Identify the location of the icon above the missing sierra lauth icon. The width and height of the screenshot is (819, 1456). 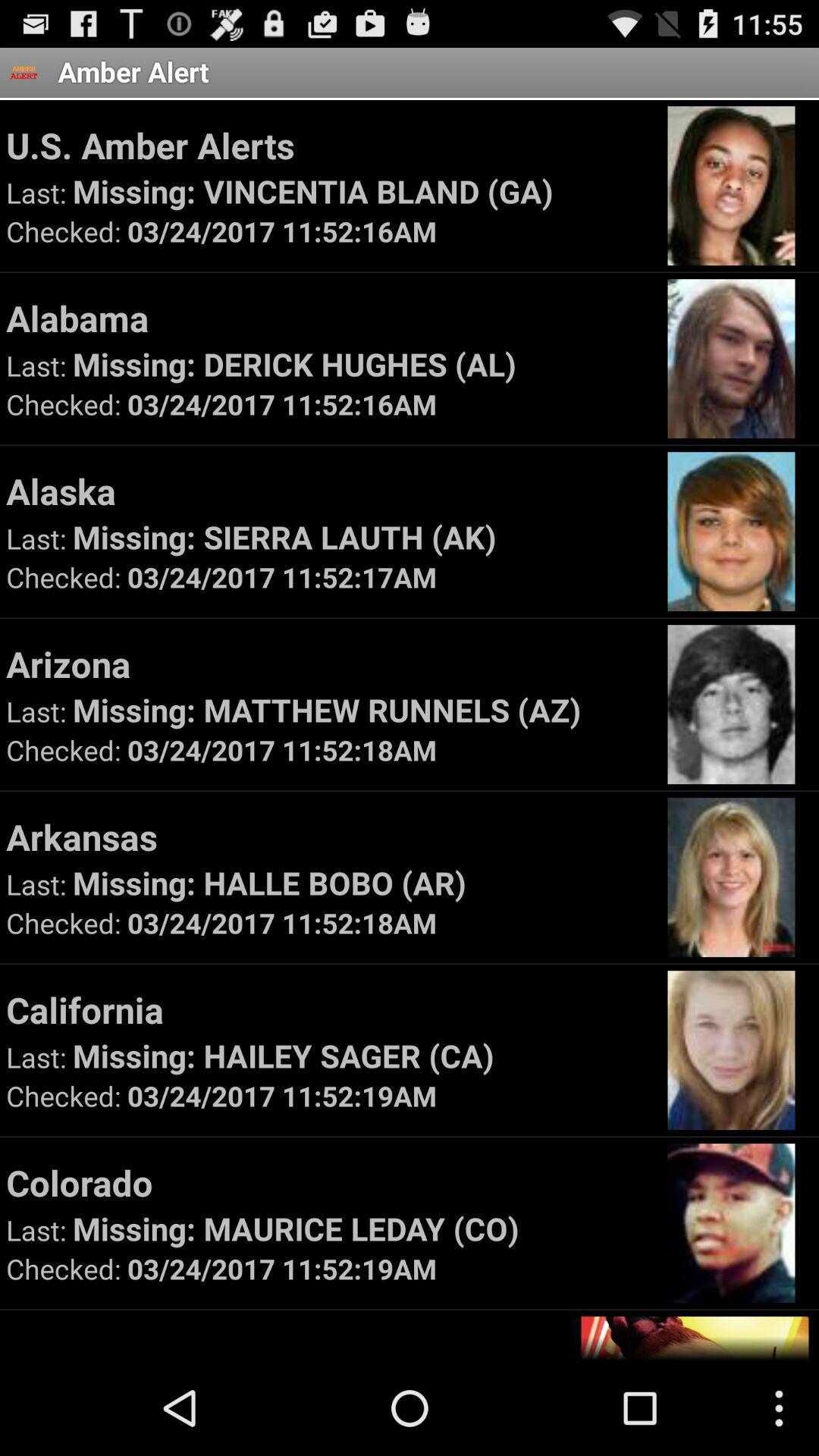
(329, 491).